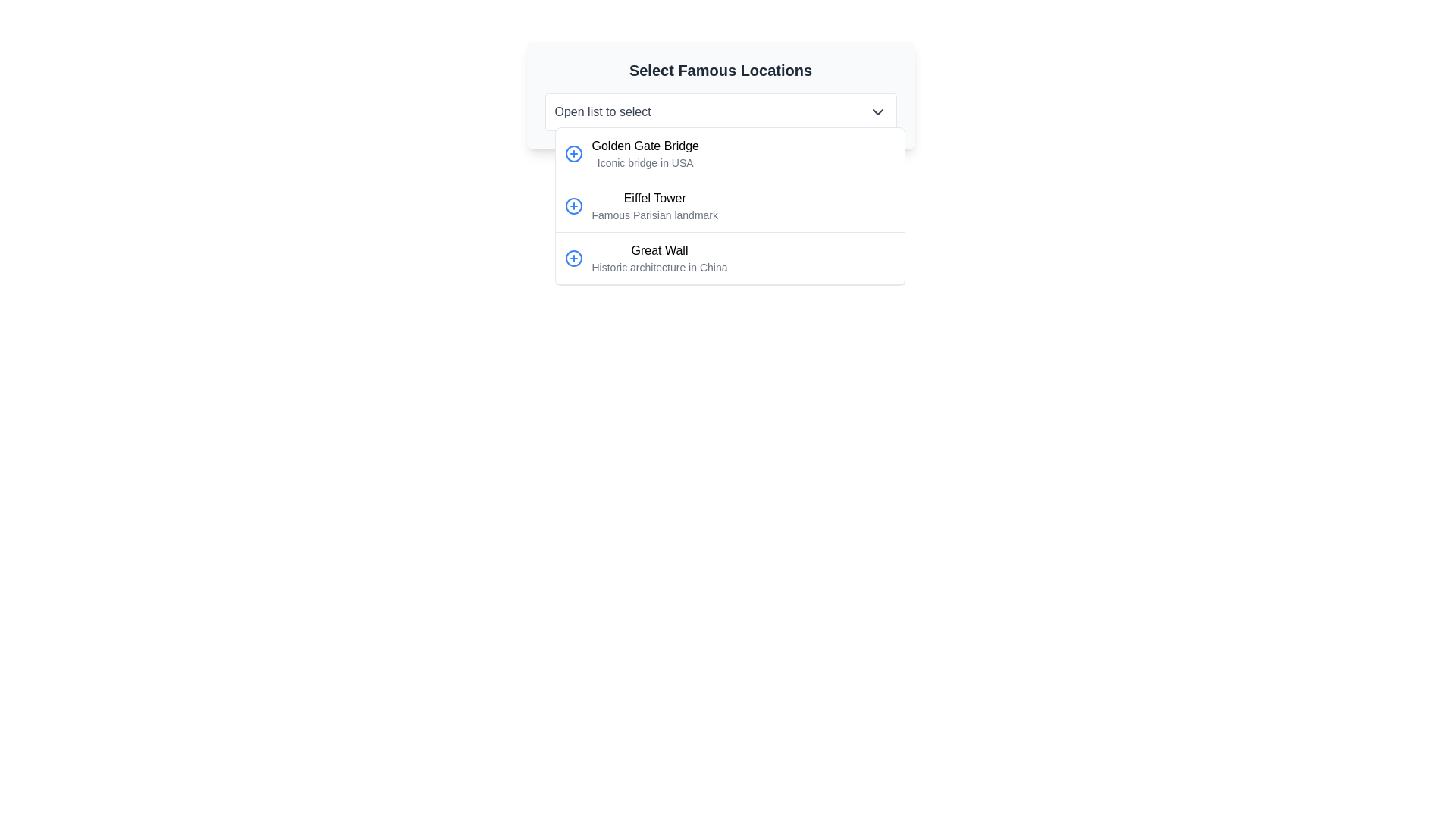  What do you see at coordinates (720, 96) in the screenshot?
I see `the dropdown field labeled 'Open list` at bounding box center [720, 96].